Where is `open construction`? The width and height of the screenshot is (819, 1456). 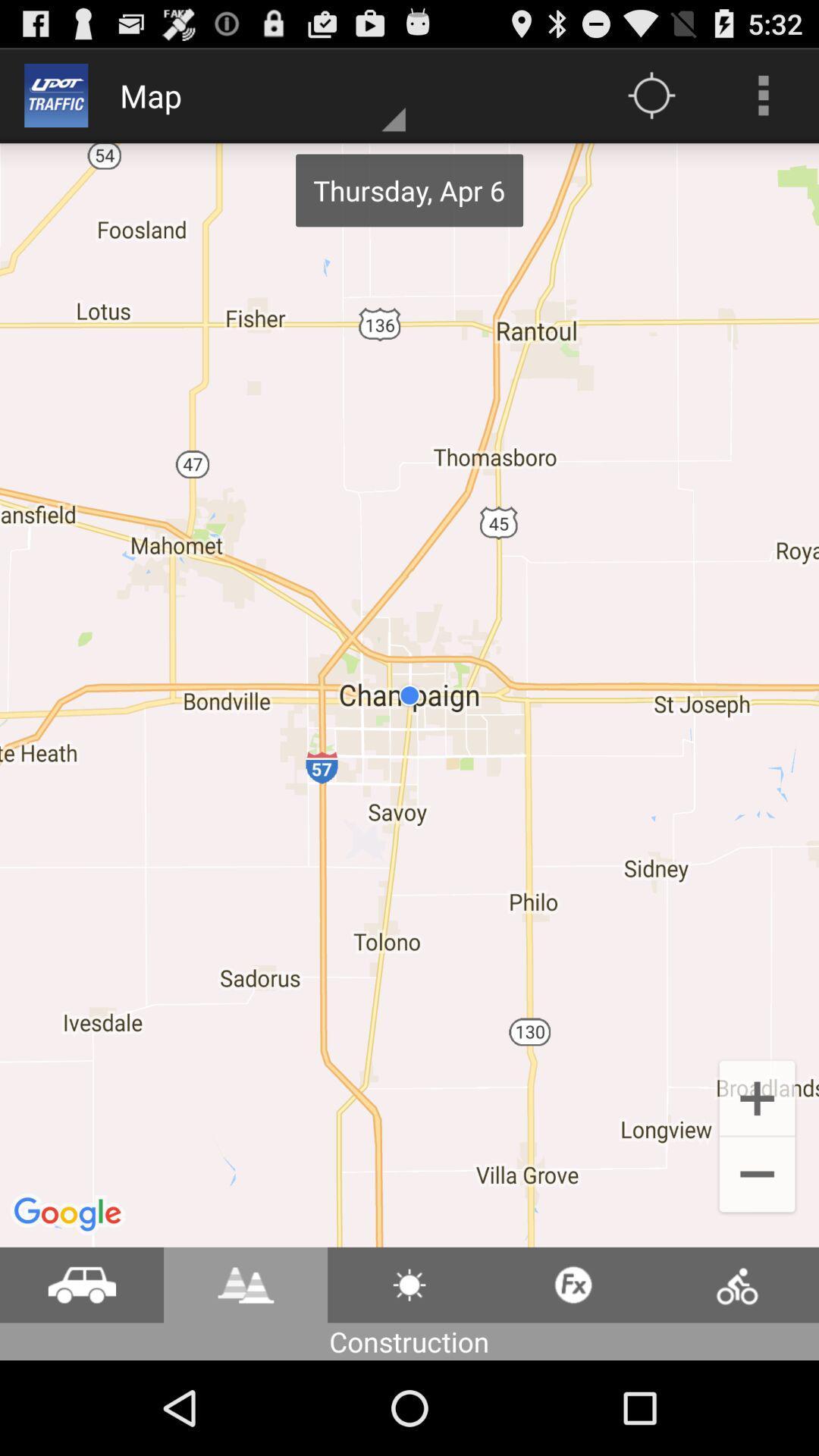
open construction is located at coordinates (245, 1284).